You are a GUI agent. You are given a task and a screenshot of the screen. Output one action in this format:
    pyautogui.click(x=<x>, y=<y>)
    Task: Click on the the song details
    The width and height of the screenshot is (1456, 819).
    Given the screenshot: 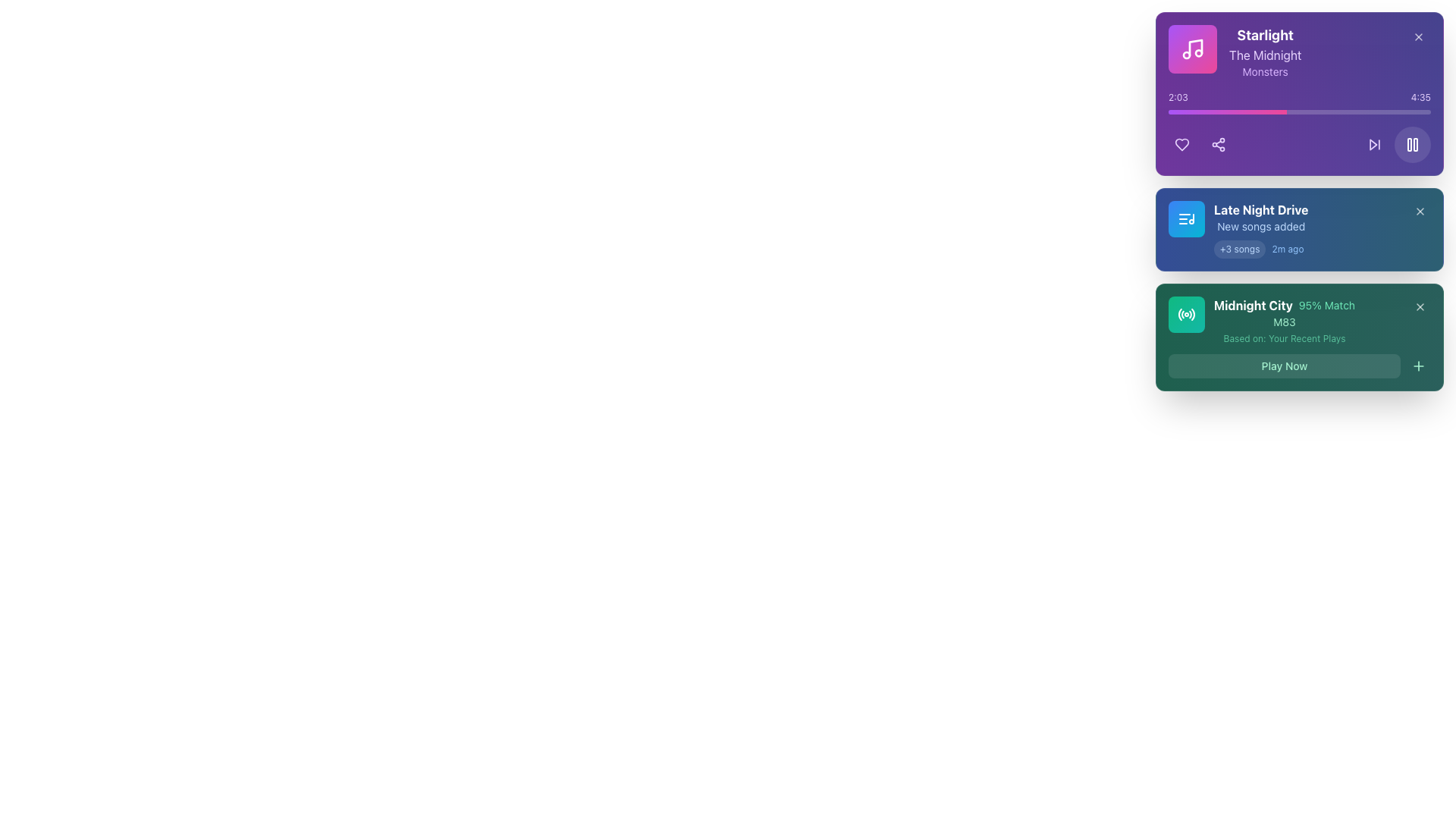 What is the action you would take?
    pyautogui.click(x=1235, y=52)
    